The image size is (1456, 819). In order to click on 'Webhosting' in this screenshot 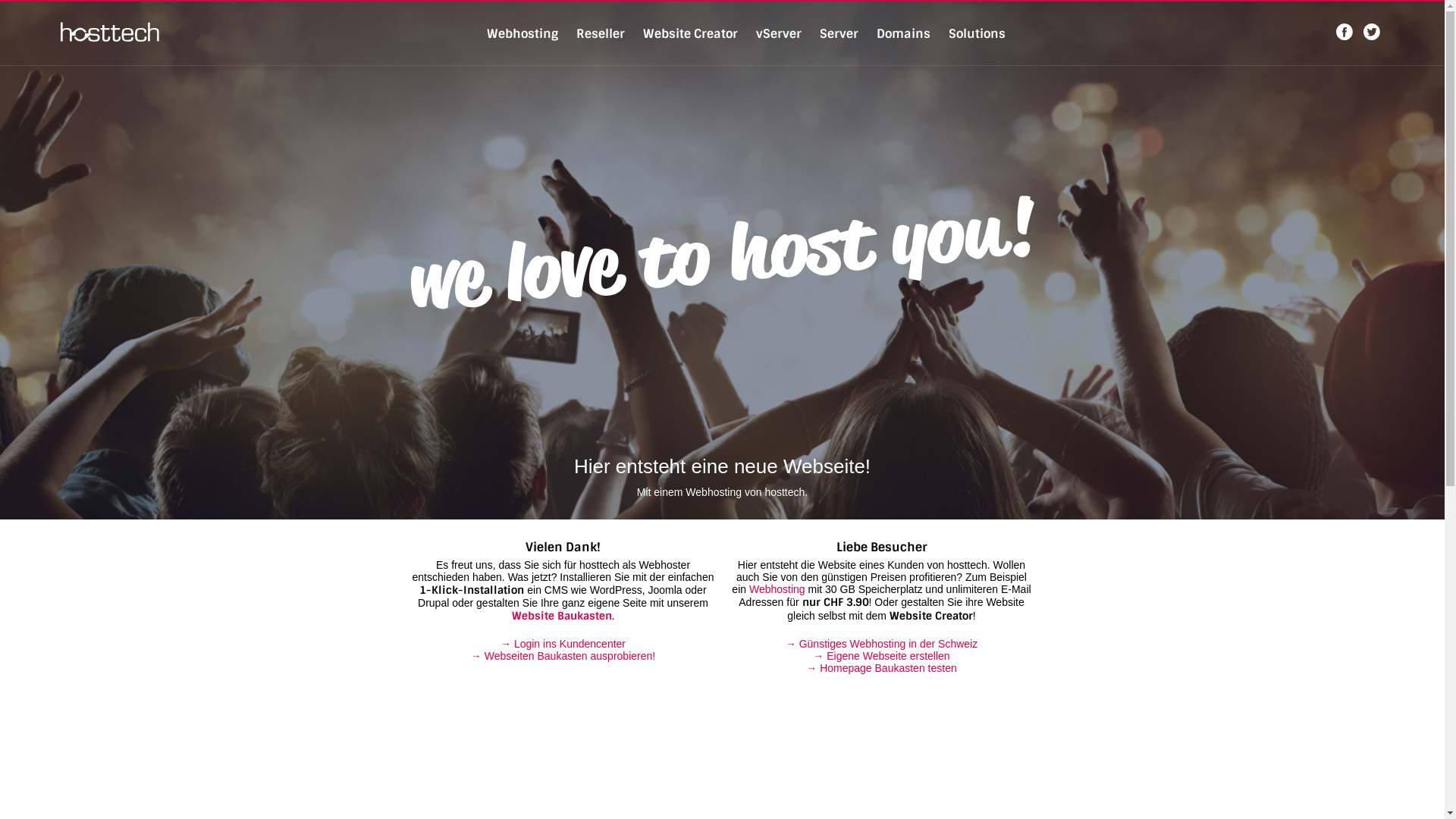, I will do `click(522, 33)`.